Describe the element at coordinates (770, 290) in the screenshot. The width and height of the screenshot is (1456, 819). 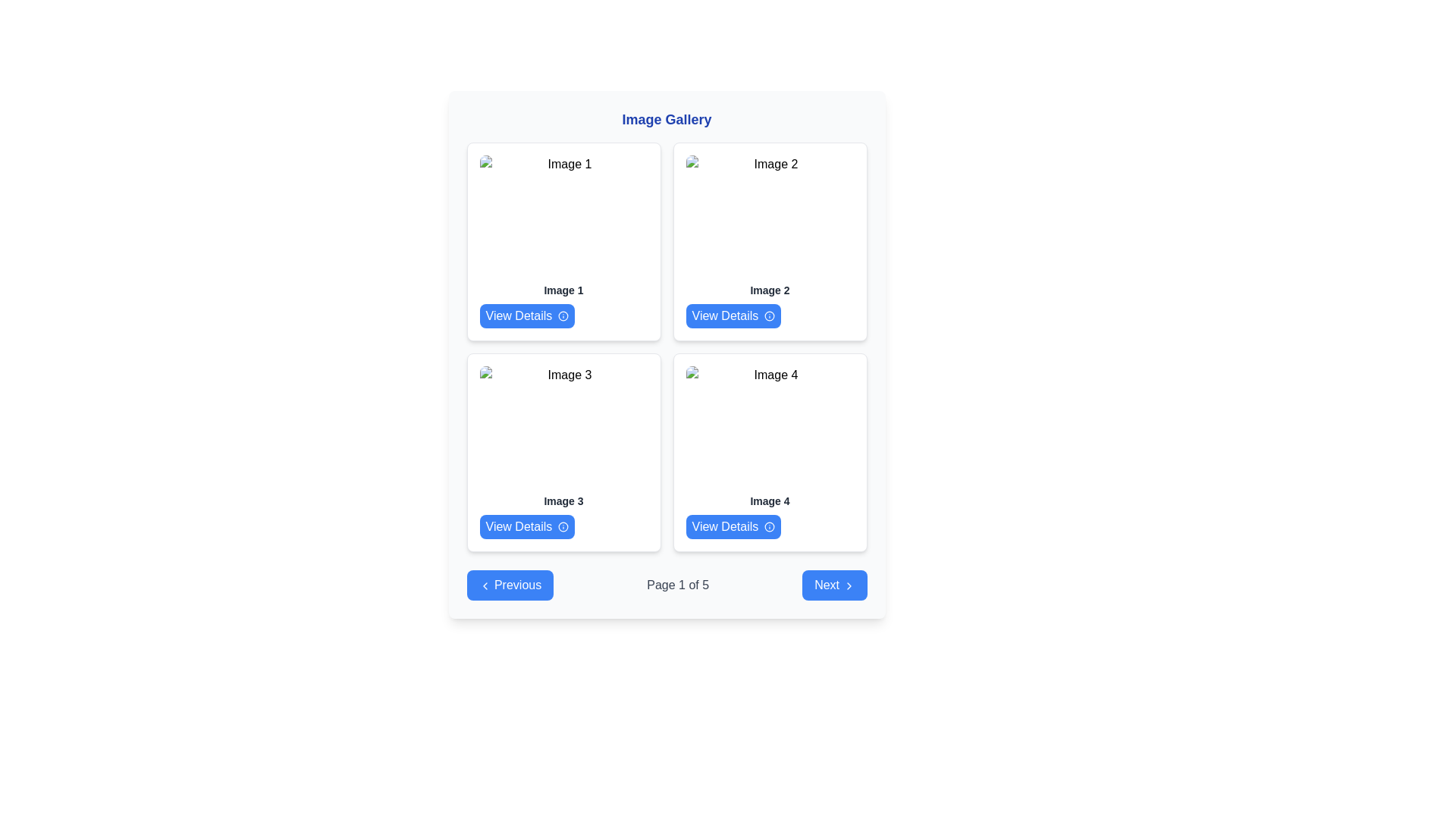
I see `the descriptive text label located in the upper-right card of the four-card grid layout, which is positioned below the image and above the 'View Details' button` at that location.